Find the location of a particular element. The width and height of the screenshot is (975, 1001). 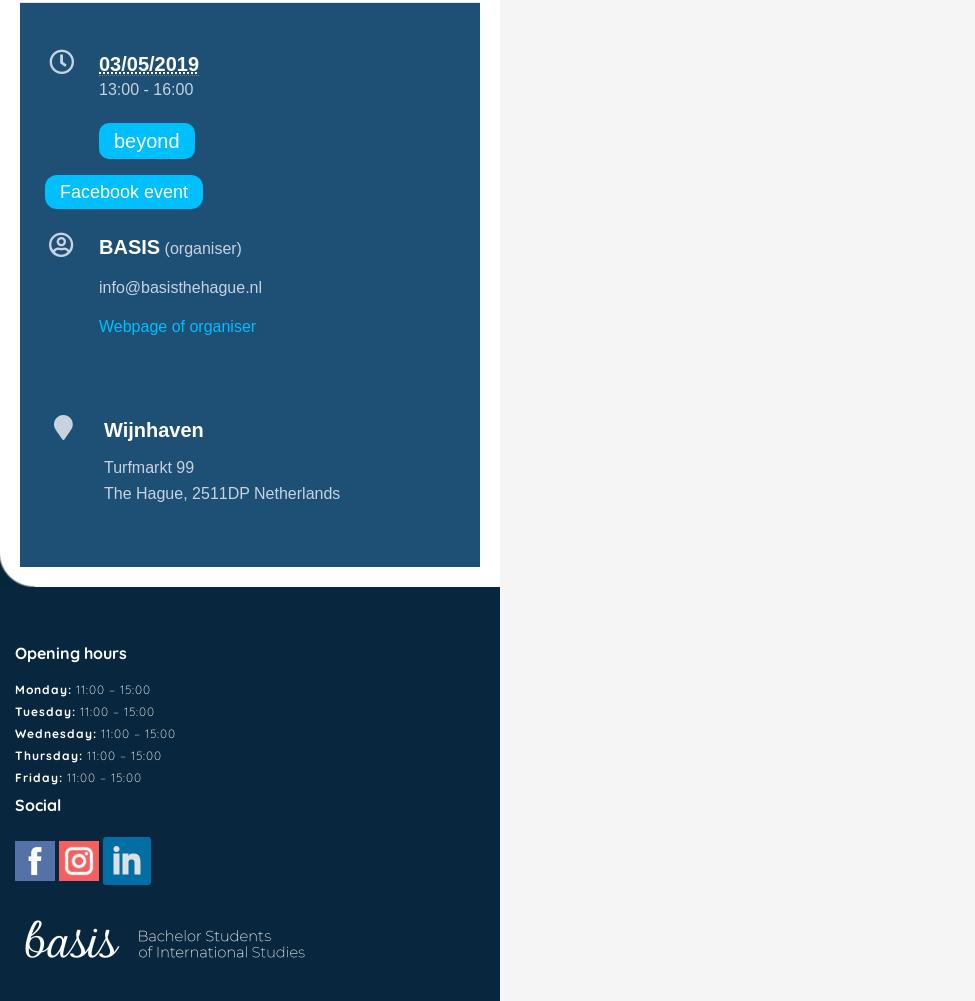

'Friday:' is located at coordinates (41, 777).